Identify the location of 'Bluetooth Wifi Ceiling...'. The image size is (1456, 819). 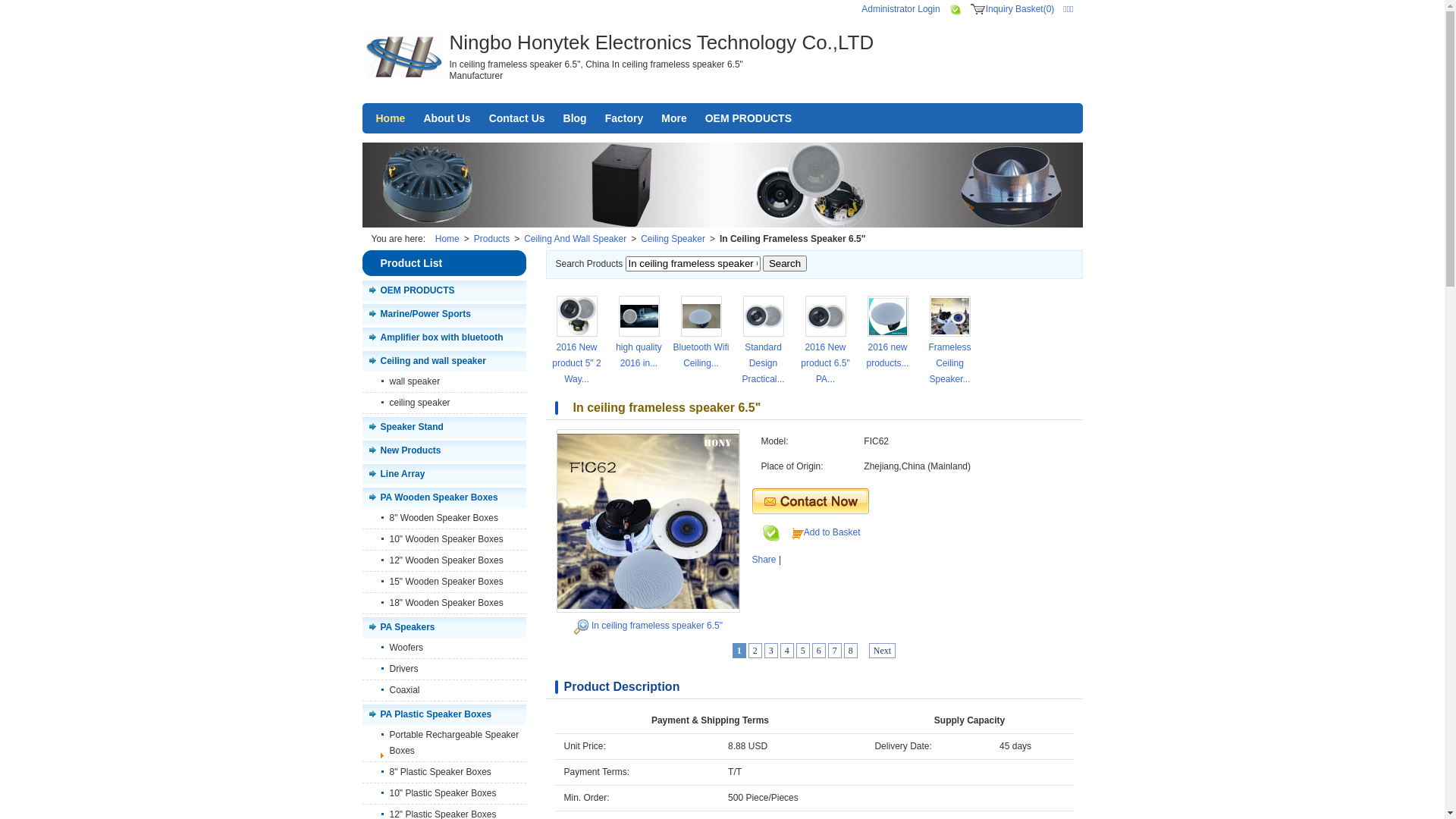
(699, 355).